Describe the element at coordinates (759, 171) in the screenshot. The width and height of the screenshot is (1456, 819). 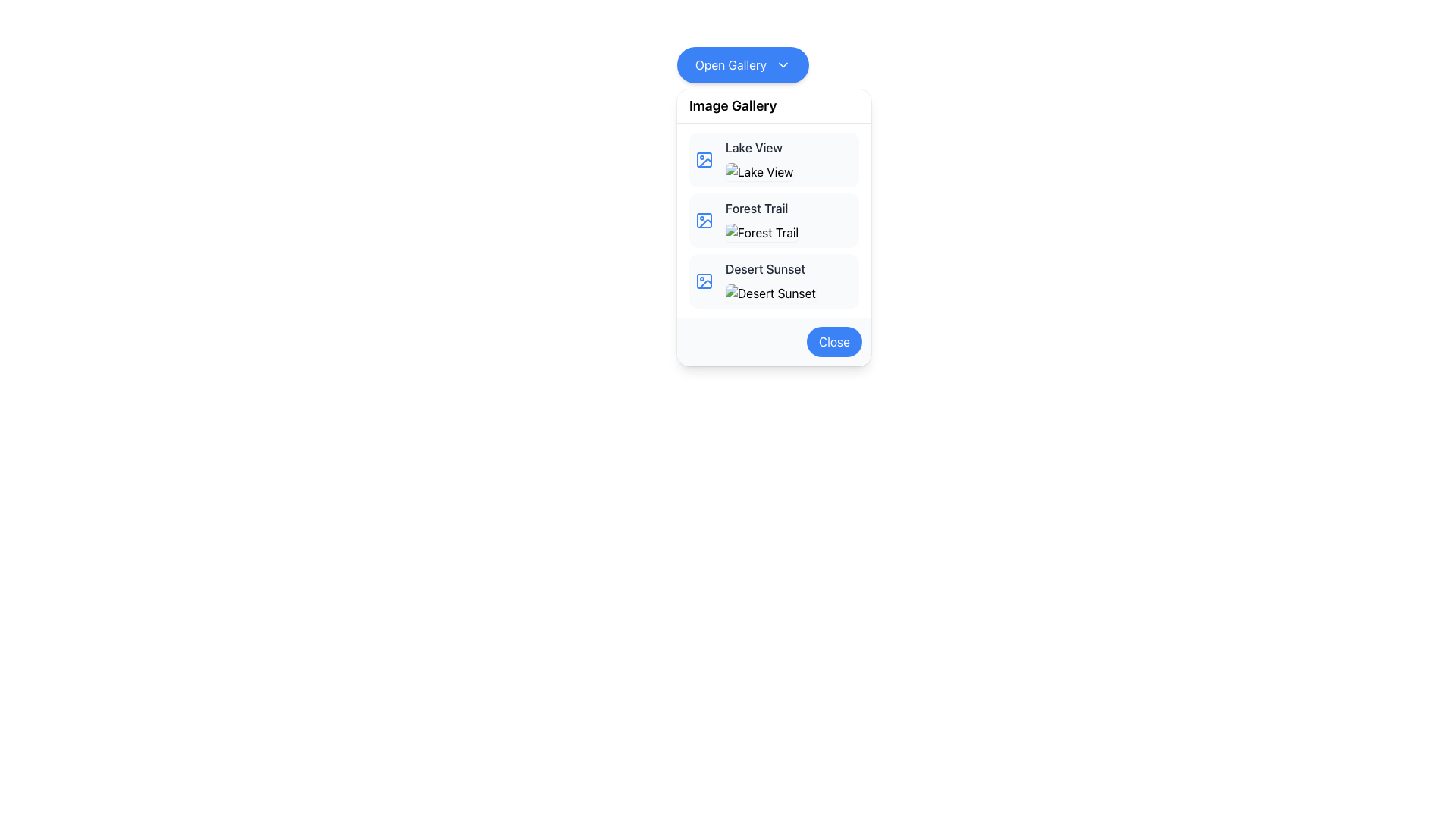
I see `the image icon representing 'Lake View'` at that location.